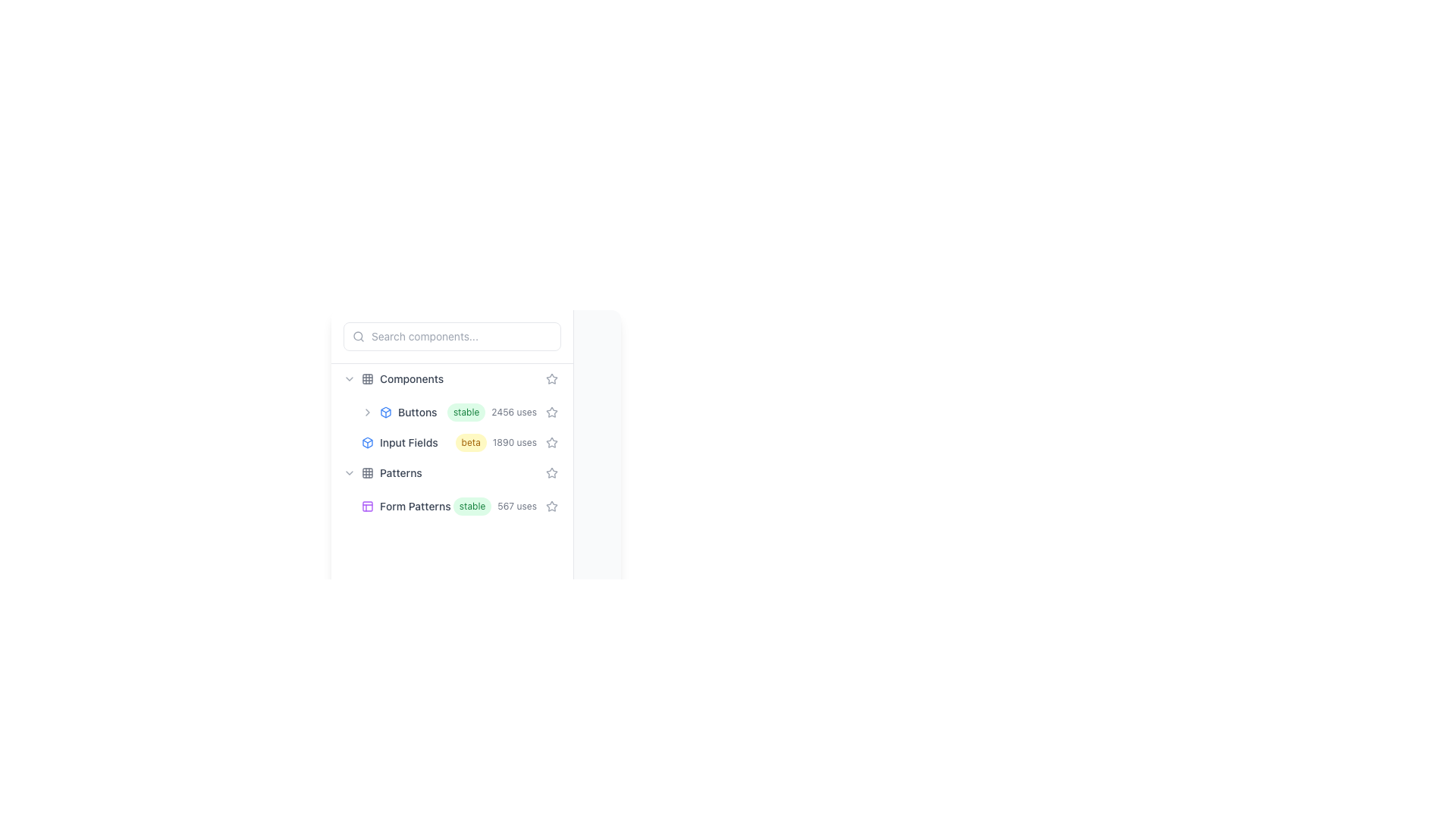 Image resolution: width=1456 pixels, height=819 pixels. Describe the element at coordinates (451, 442) in the screenshot. I see `the yellow badge labeled 'beta' in the 'Input Fields' list item to read its content` at that location.